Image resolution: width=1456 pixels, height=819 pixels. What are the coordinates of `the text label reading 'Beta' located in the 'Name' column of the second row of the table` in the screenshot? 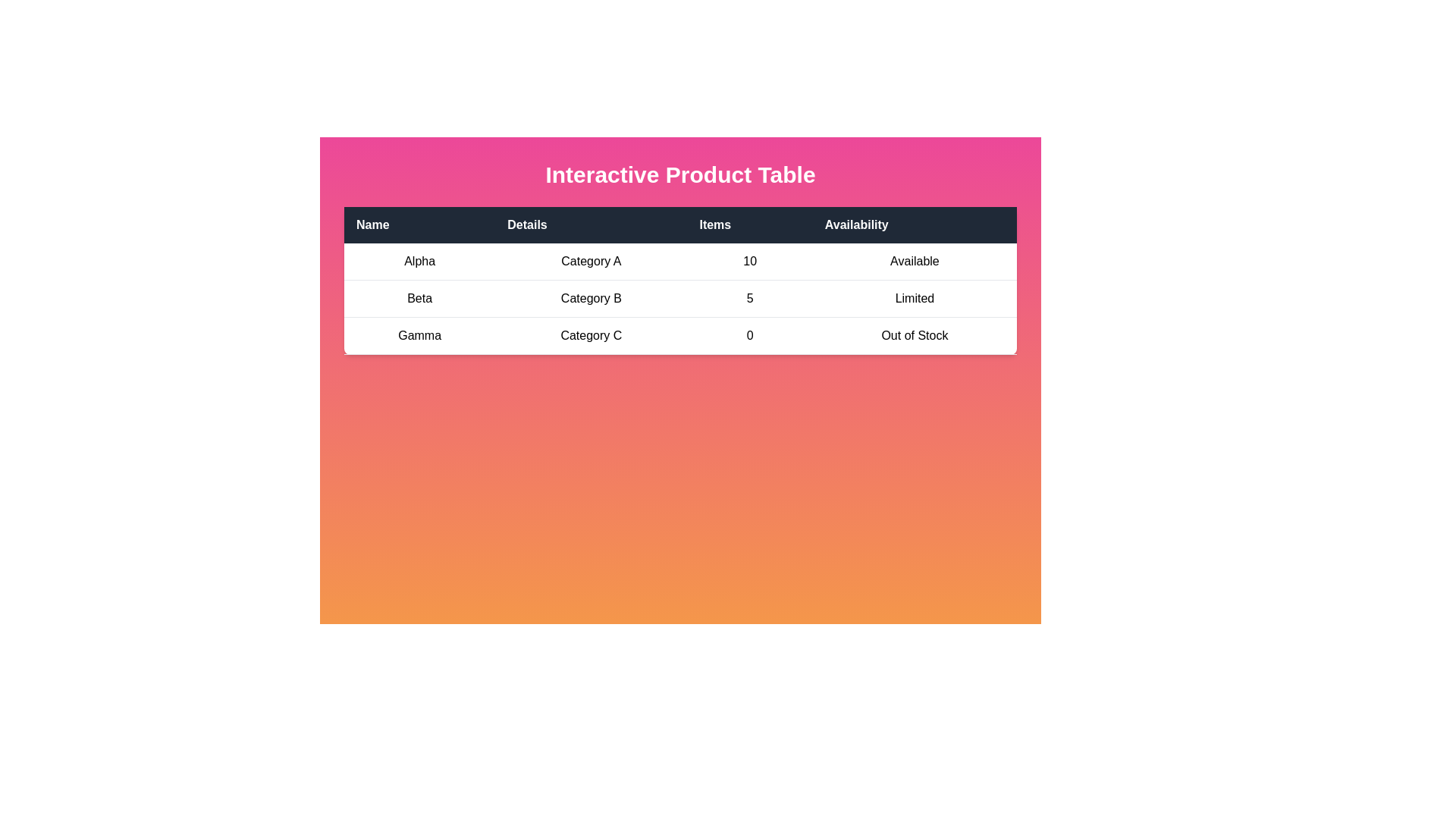 It's located at (419, 298).